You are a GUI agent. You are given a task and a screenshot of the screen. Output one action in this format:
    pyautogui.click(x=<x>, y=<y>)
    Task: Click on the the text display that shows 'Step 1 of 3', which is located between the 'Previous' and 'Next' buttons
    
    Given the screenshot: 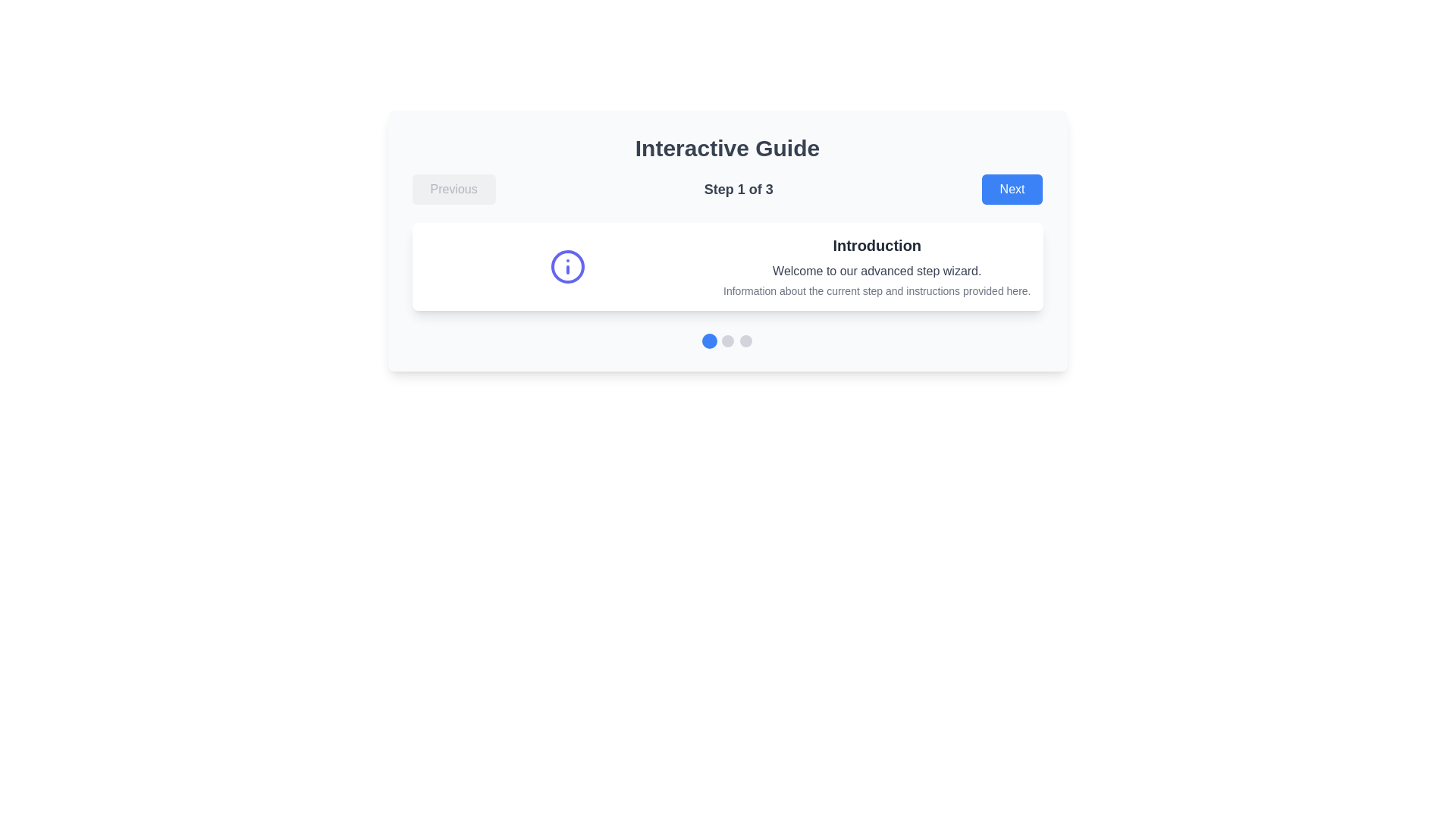 What is the action you would take?
    pyautogui.click(x=739, y=189)
    